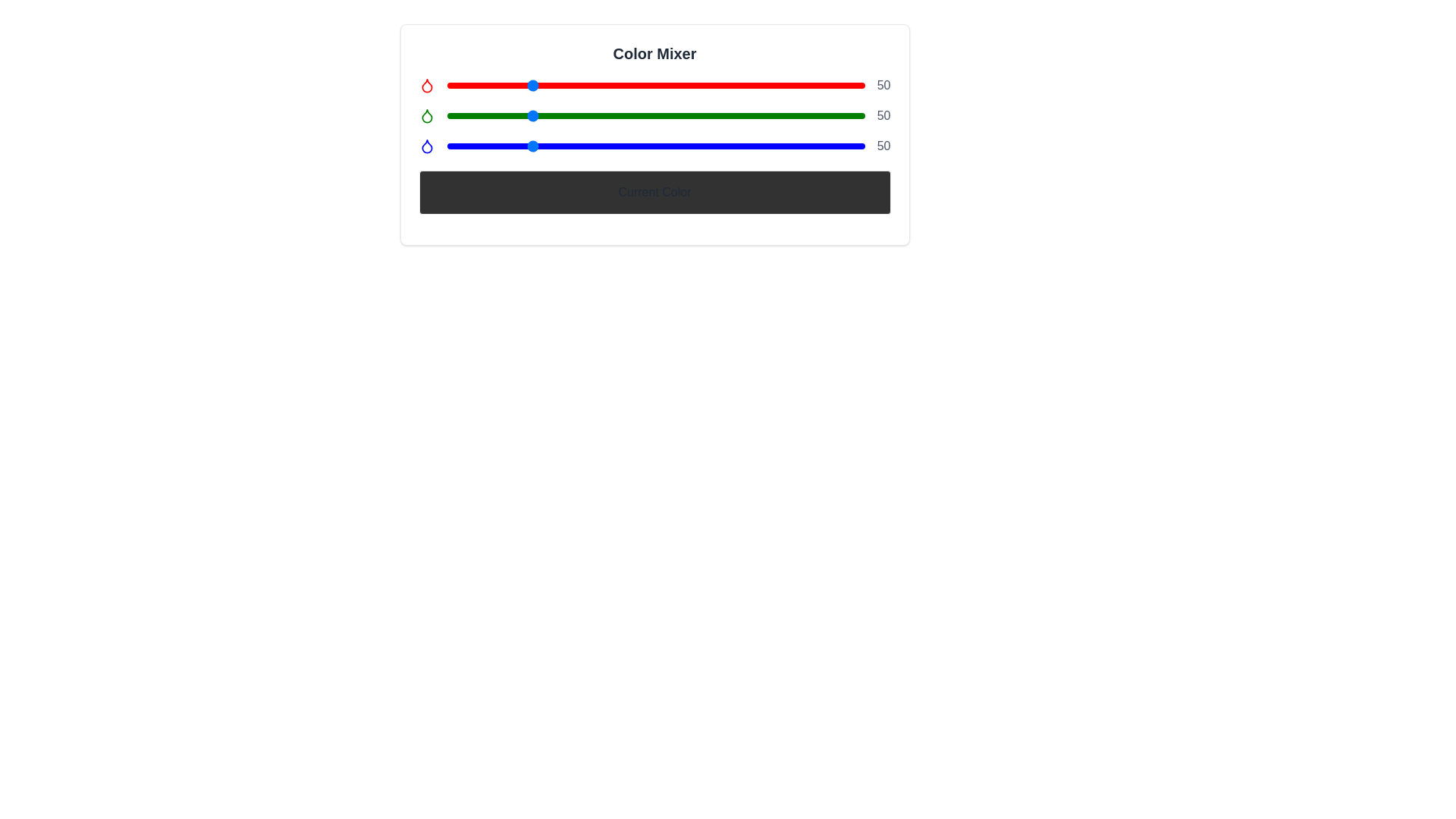 Image resolution: width=1456 pixels, height=819 pixels. Describe the element at coordinates (800, 115) in the screenshot. I see `the green color slider to 216` at that location.